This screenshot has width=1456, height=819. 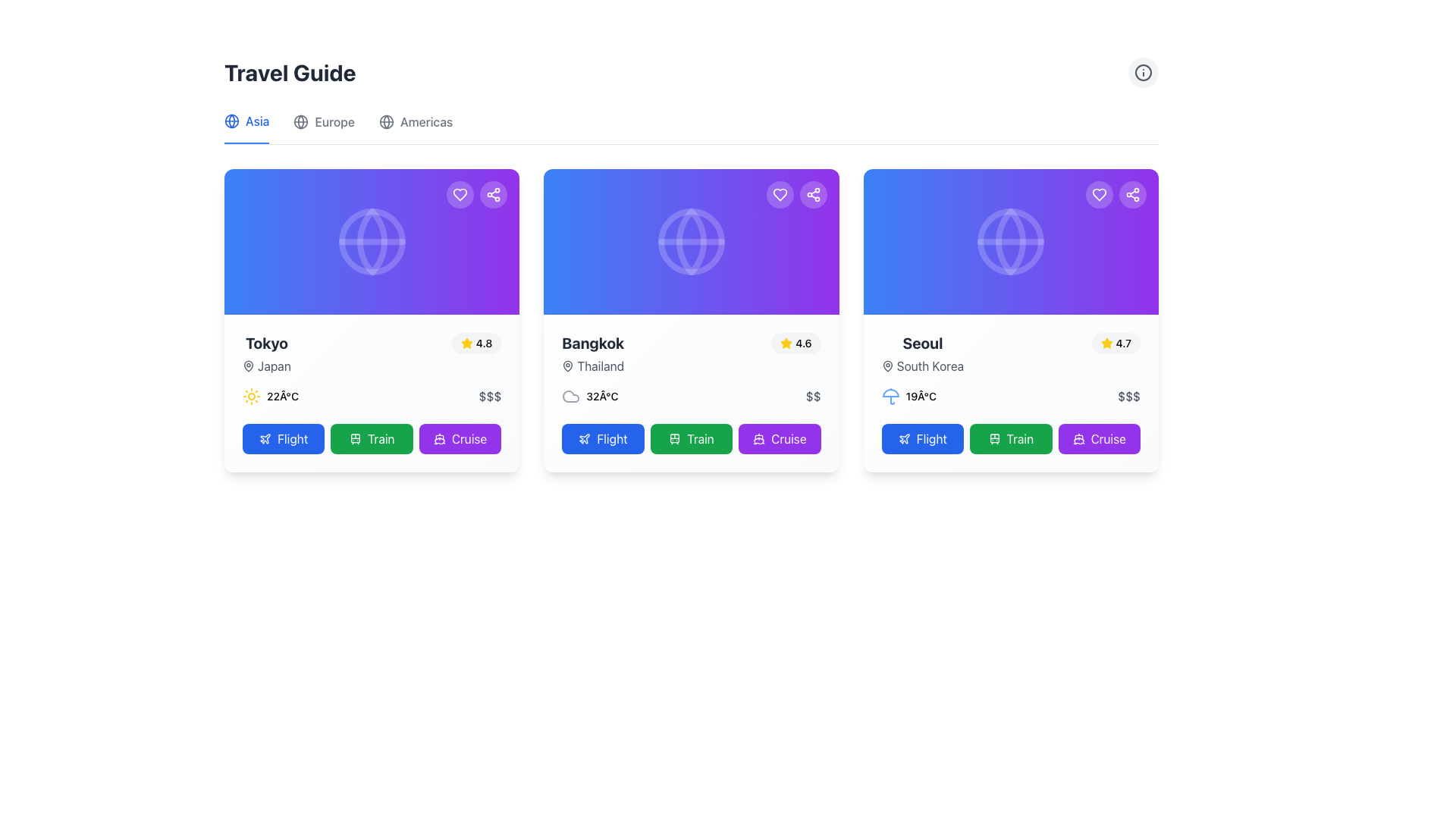 What do you see at coordinates (812, 194) in the screenshot?
I see `the circular button with three interconnected dots in the upper-right corner of the 'Bangkok' card` at bounding box center [812, 194].